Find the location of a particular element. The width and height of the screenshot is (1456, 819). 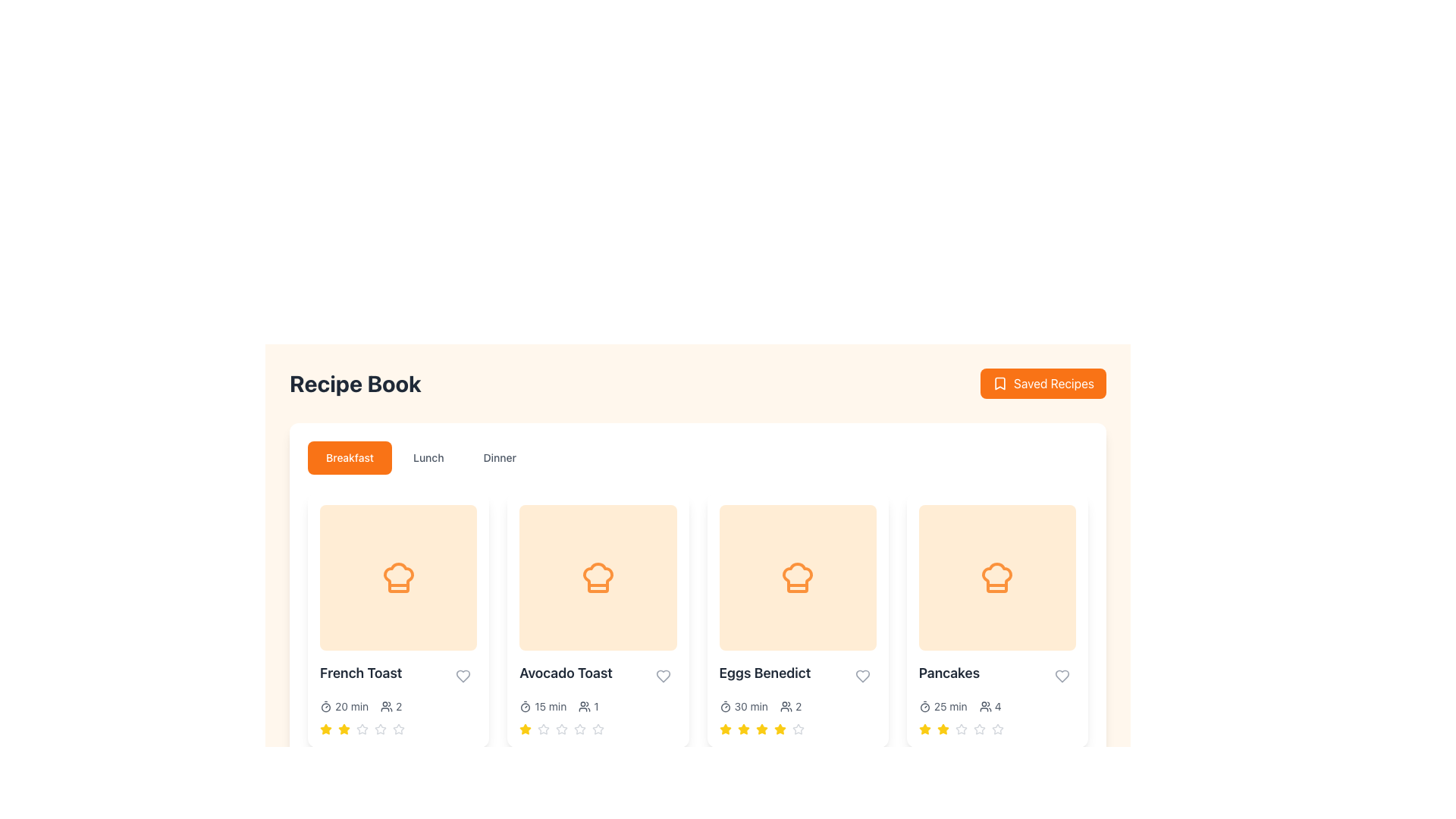

the icon indicating the number of people associated with the recipe 'French Toast', located to the left of the text '2' is located at coordinates (387, 707).